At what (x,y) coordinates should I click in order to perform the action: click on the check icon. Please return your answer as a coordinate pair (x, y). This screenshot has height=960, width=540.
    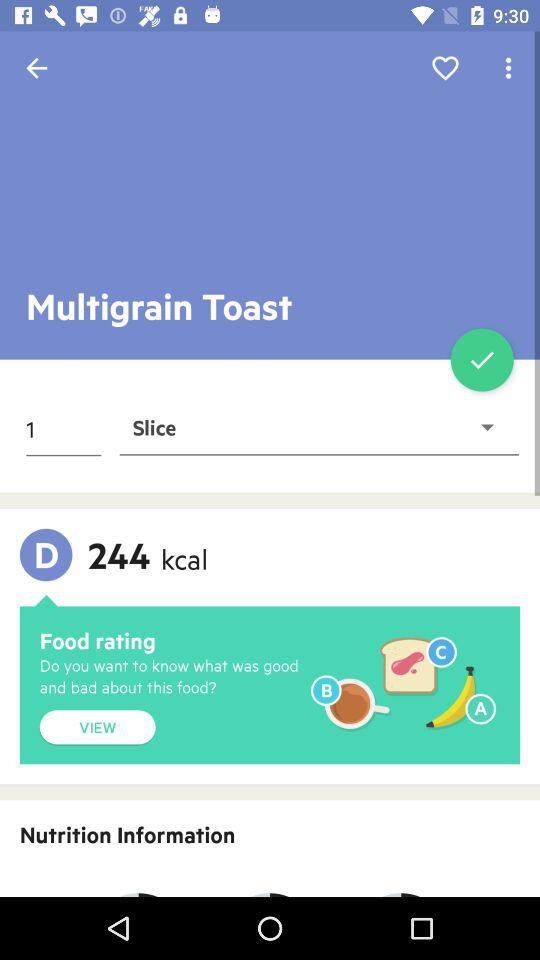
    Looking at the image, I should click on (481, 360).